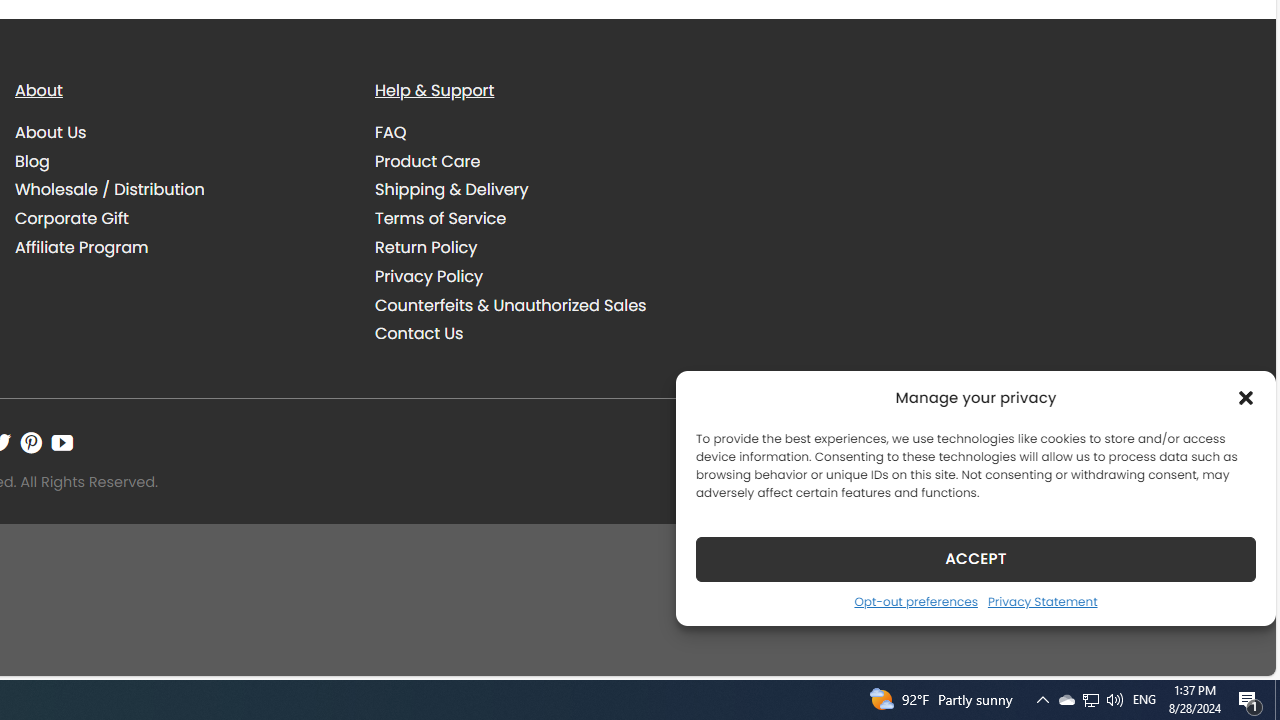 This screenshot has height=720, width=1280. Describe the element at coordinates (1233, 648) in the screenshot. I see `'Go to top'` at that location.